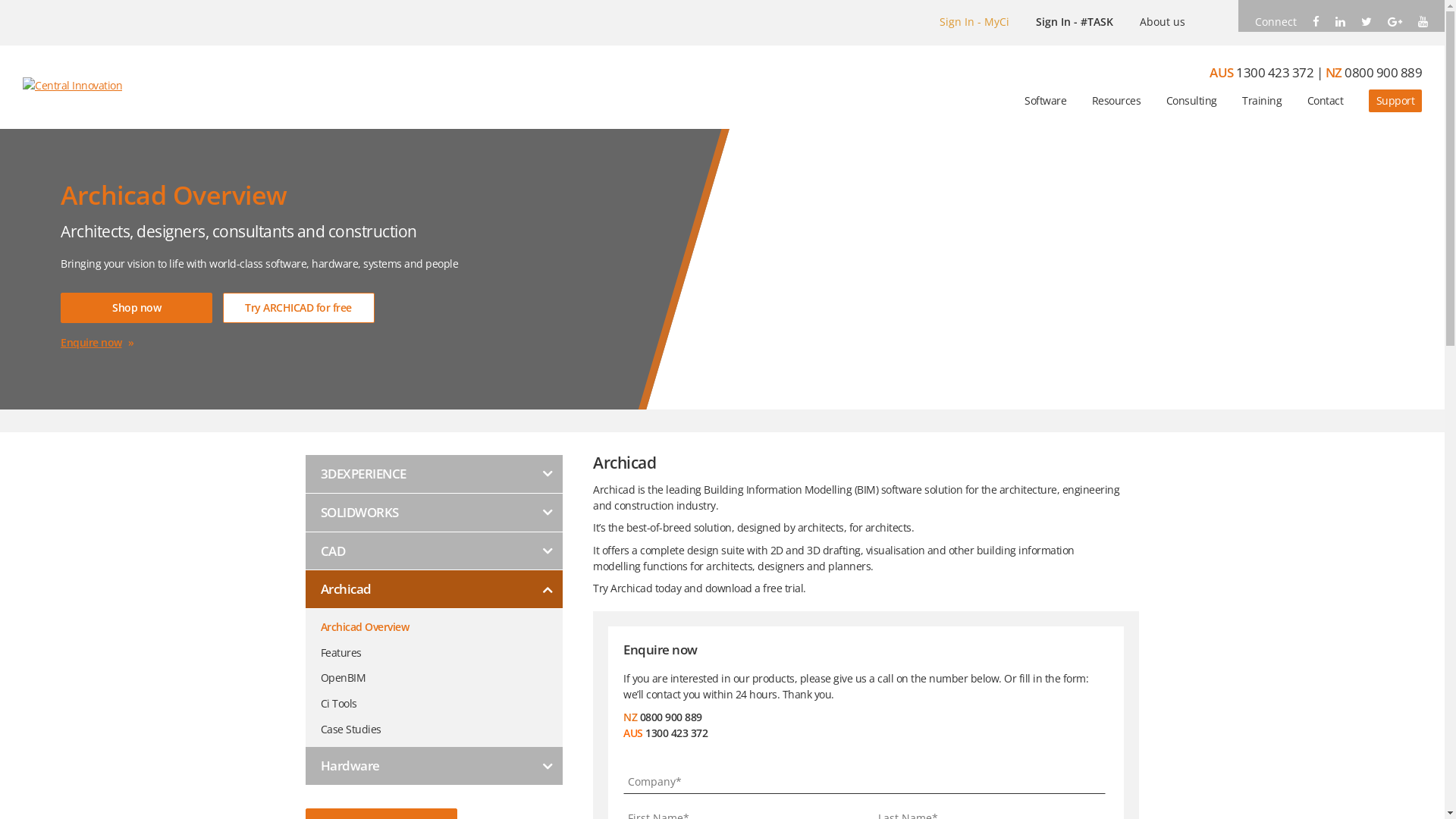 This screenshot has width=1456, height=819. Describe the element at coordinates (432, 588) in the screenshot. I see `'Archicad'` at that location.